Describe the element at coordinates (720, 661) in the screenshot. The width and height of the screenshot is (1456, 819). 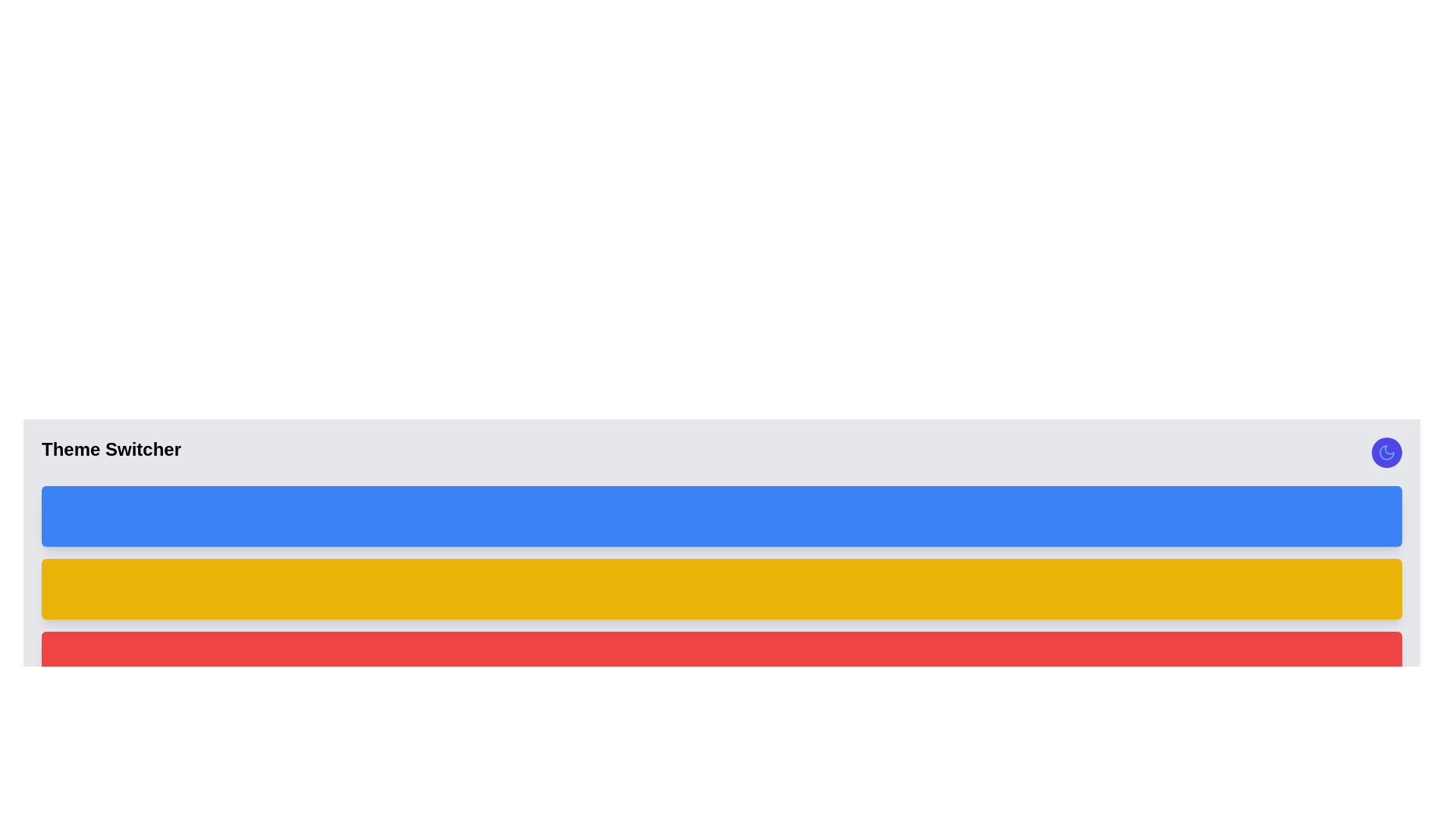
I see `the wide horizontal rectangular decorative element with a red background and rounded corners, located at the bottom of a vertical stack of three elements` at that location.